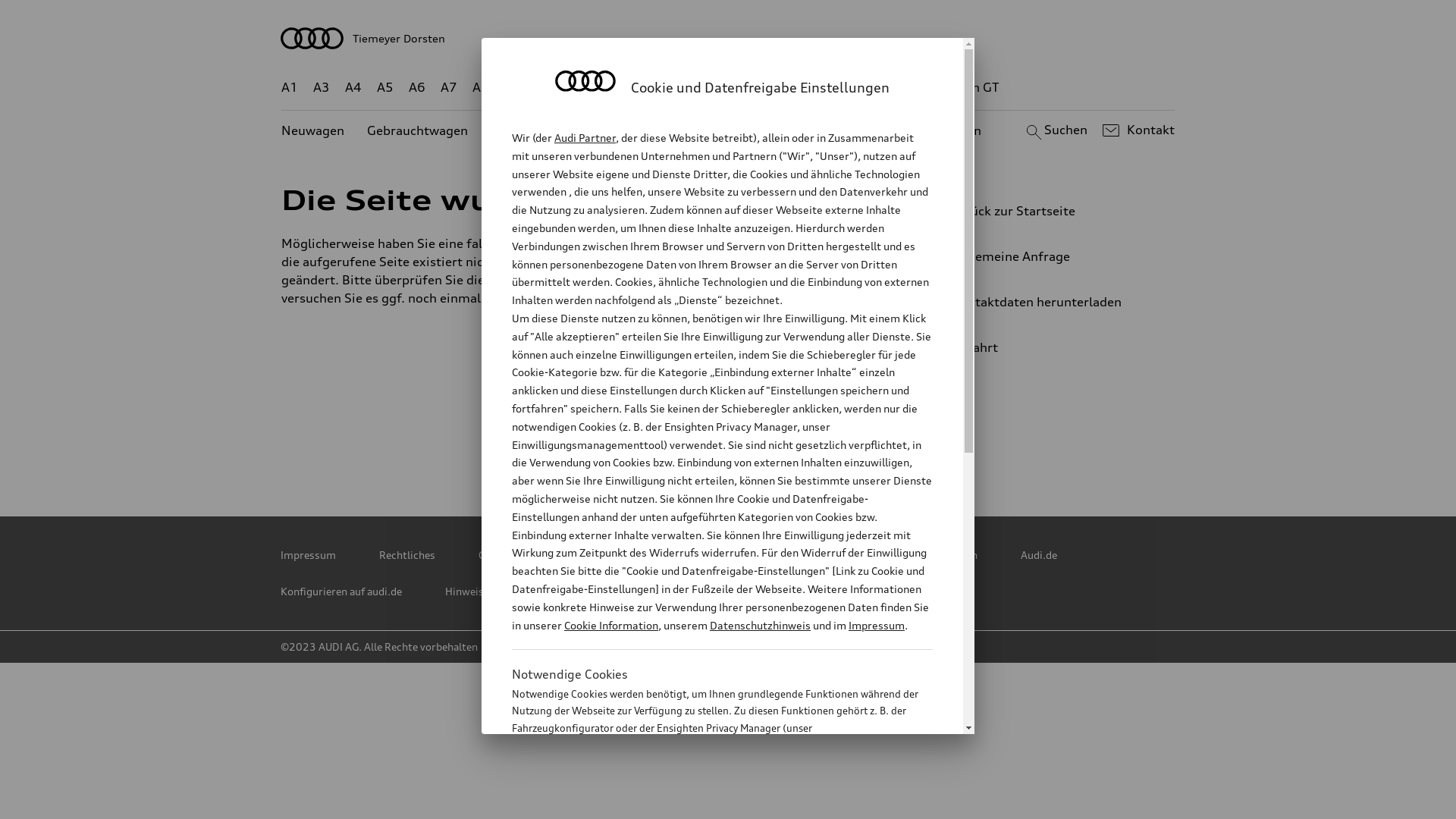 The image size is (1456, 819). What do you see at coordinates (557, 555) in the screenshot?
I see `'Copyright & Haftungsausschluss'` at bounding box center [557, 555].